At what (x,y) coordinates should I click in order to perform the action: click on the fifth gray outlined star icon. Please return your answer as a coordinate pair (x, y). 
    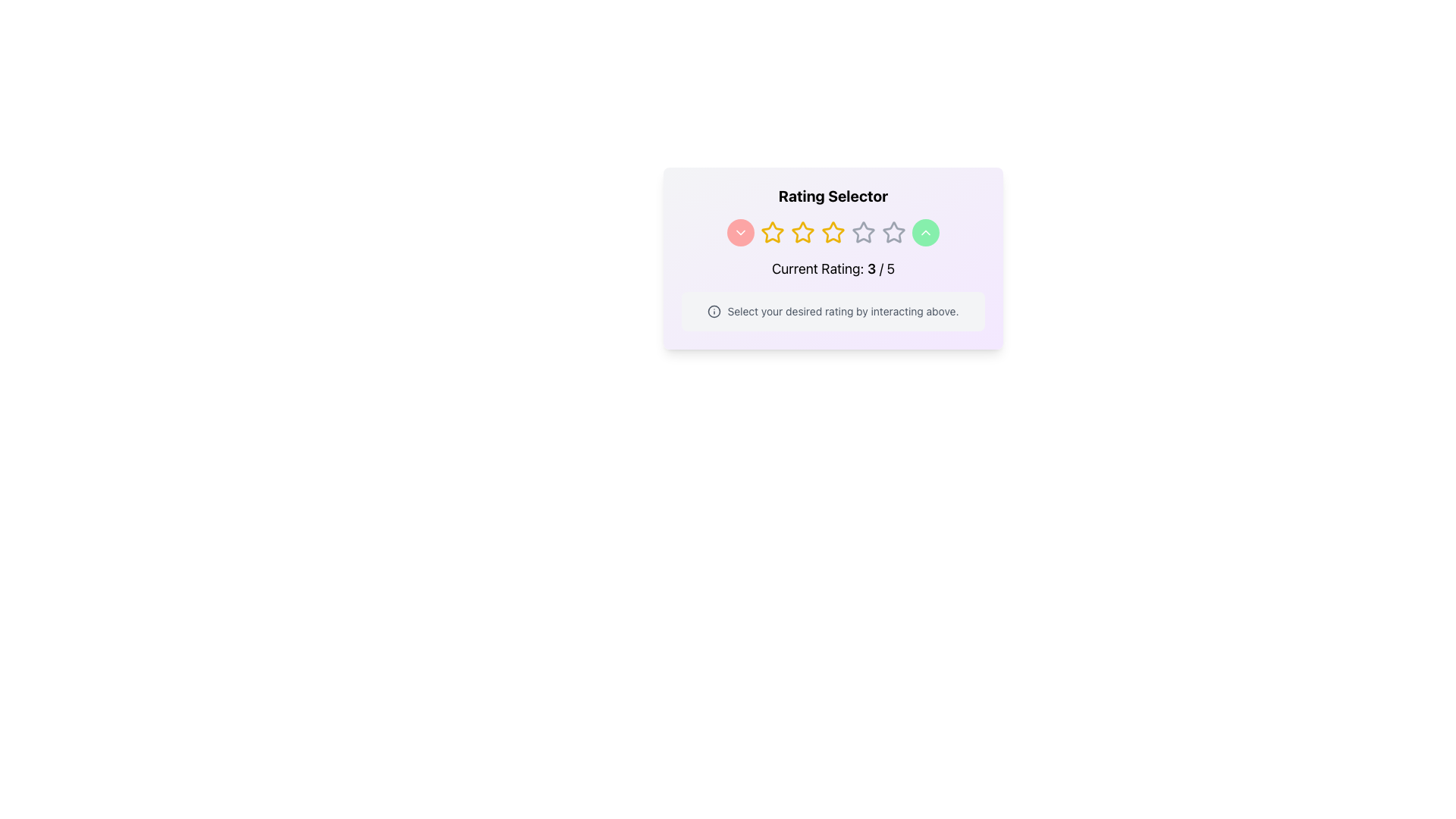
    Looking at the image, I should click on (894, 233).